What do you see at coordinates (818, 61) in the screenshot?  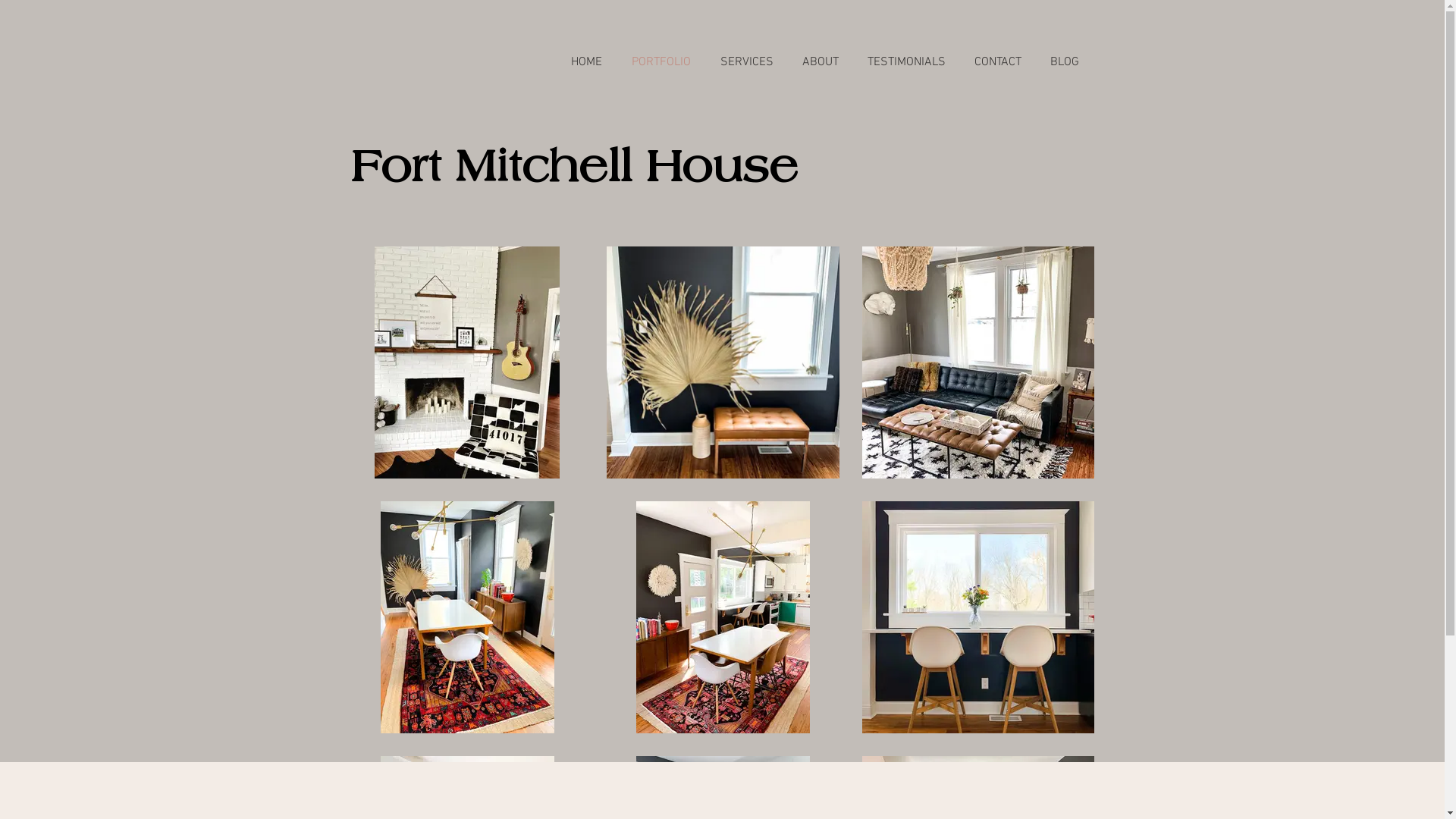 I see `'ABOUT'` at bounding box center [818, 61].